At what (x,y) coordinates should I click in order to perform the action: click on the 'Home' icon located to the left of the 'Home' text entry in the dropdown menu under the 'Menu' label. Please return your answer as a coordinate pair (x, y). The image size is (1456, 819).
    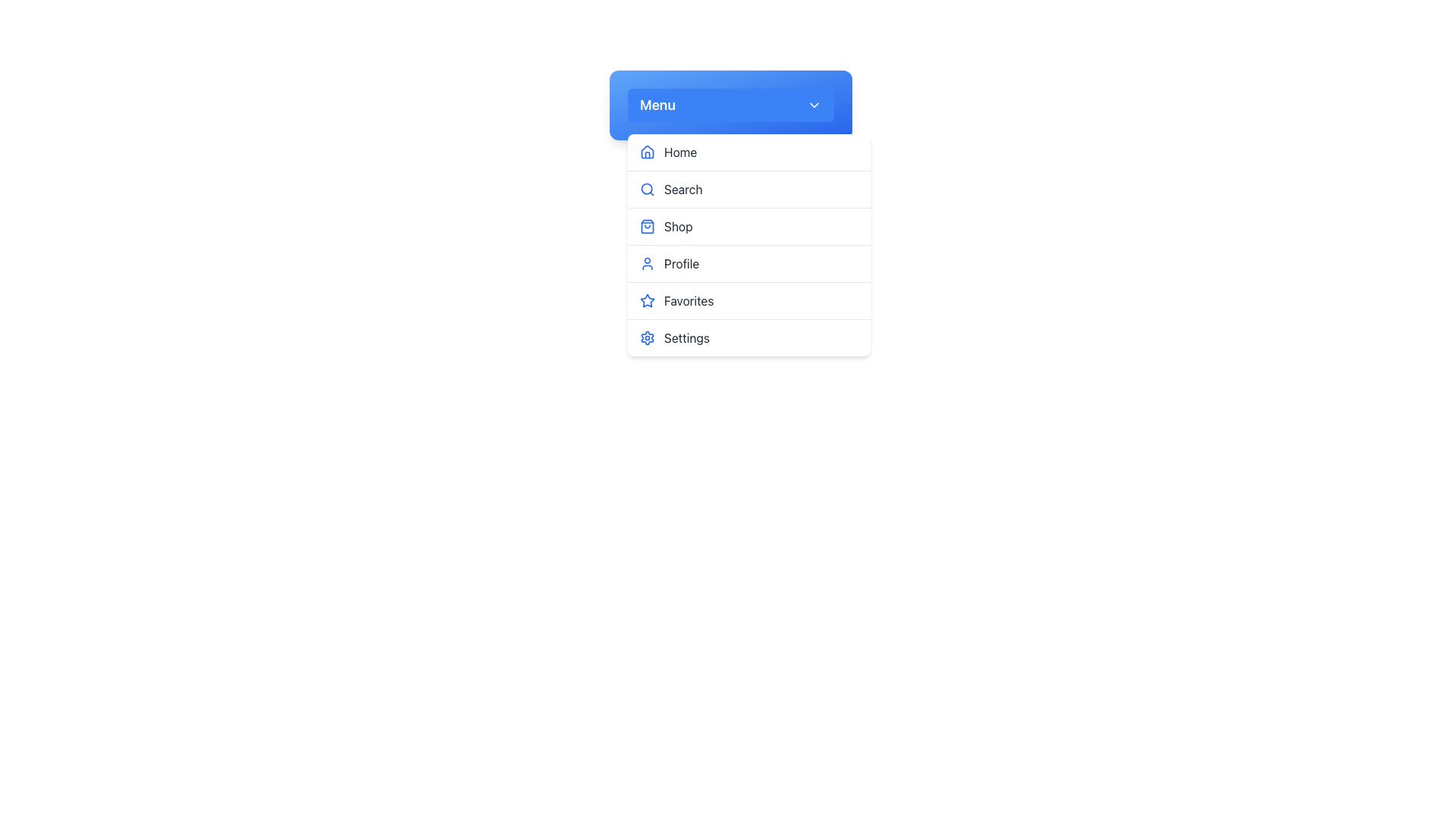
    Looking at the image, I should click on (648, 152).